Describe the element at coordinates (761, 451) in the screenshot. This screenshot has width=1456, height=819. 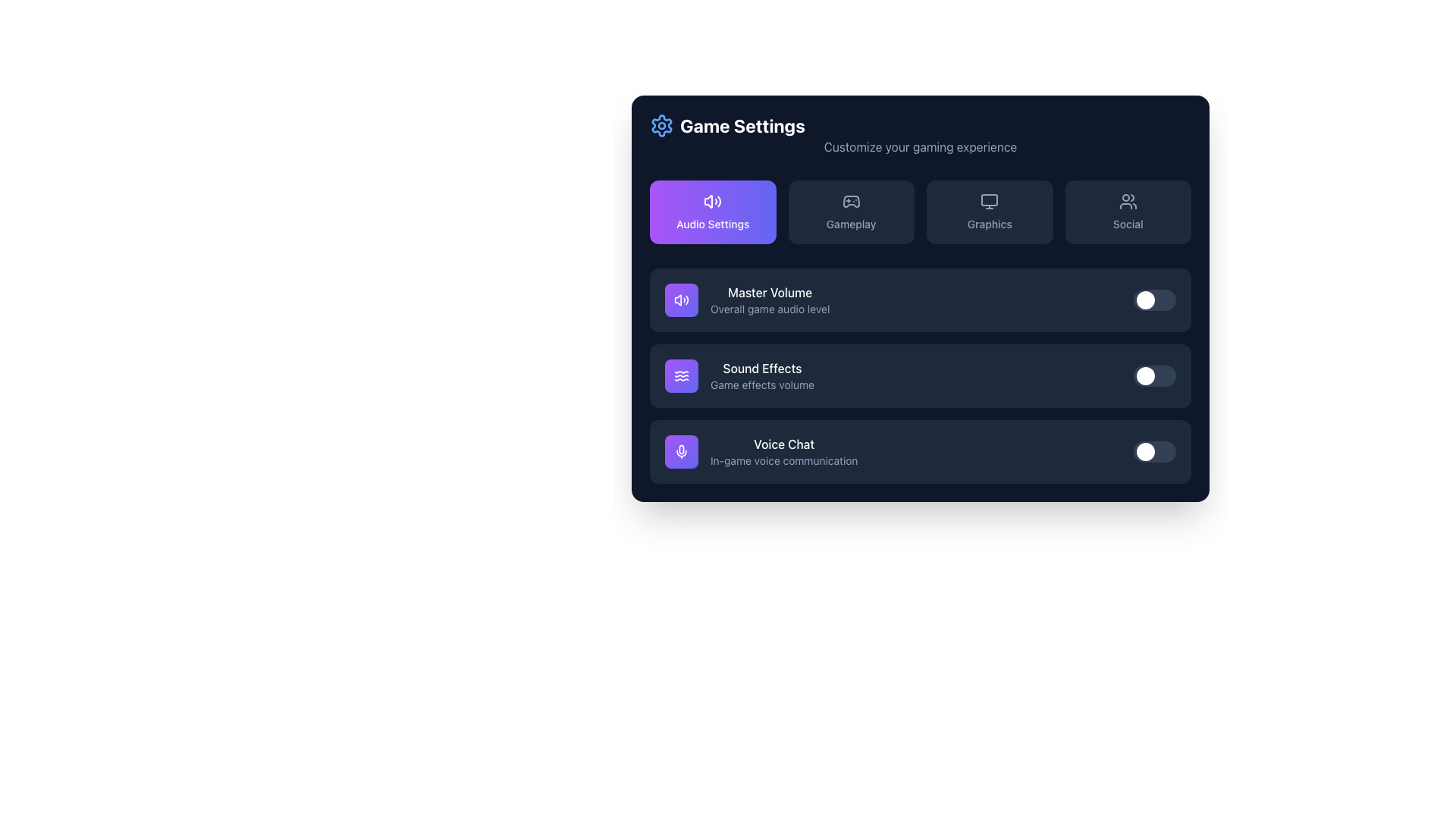
I see `the text` at that location.